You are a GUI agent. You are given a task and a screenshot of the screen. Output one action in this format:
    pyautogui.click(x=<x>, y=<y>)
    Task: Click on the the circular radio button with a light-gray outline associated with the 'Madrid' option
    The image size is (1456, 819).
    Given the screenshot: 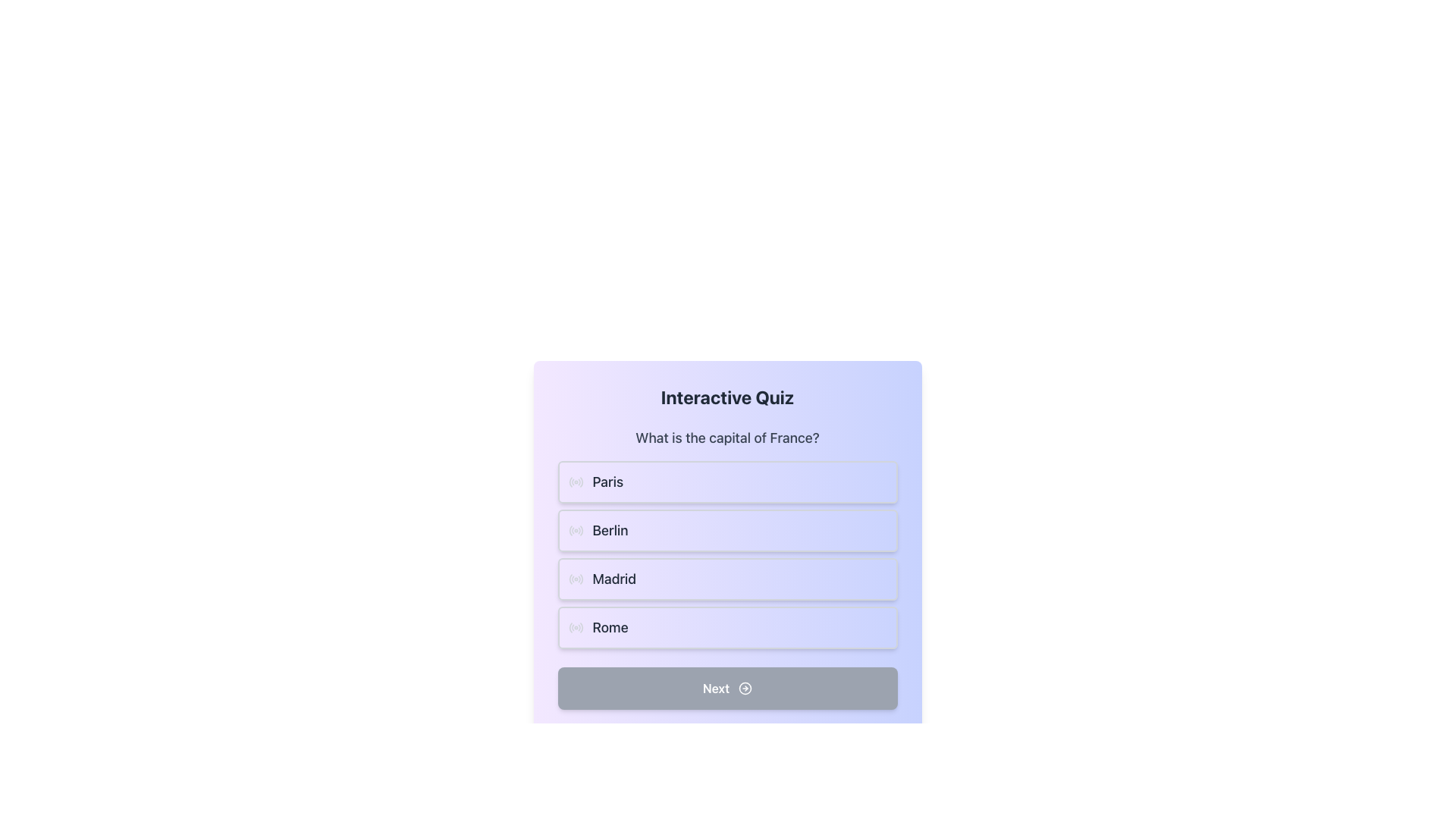 What is the action you would take?
    pyautogui.click(x=575, y=579)
    